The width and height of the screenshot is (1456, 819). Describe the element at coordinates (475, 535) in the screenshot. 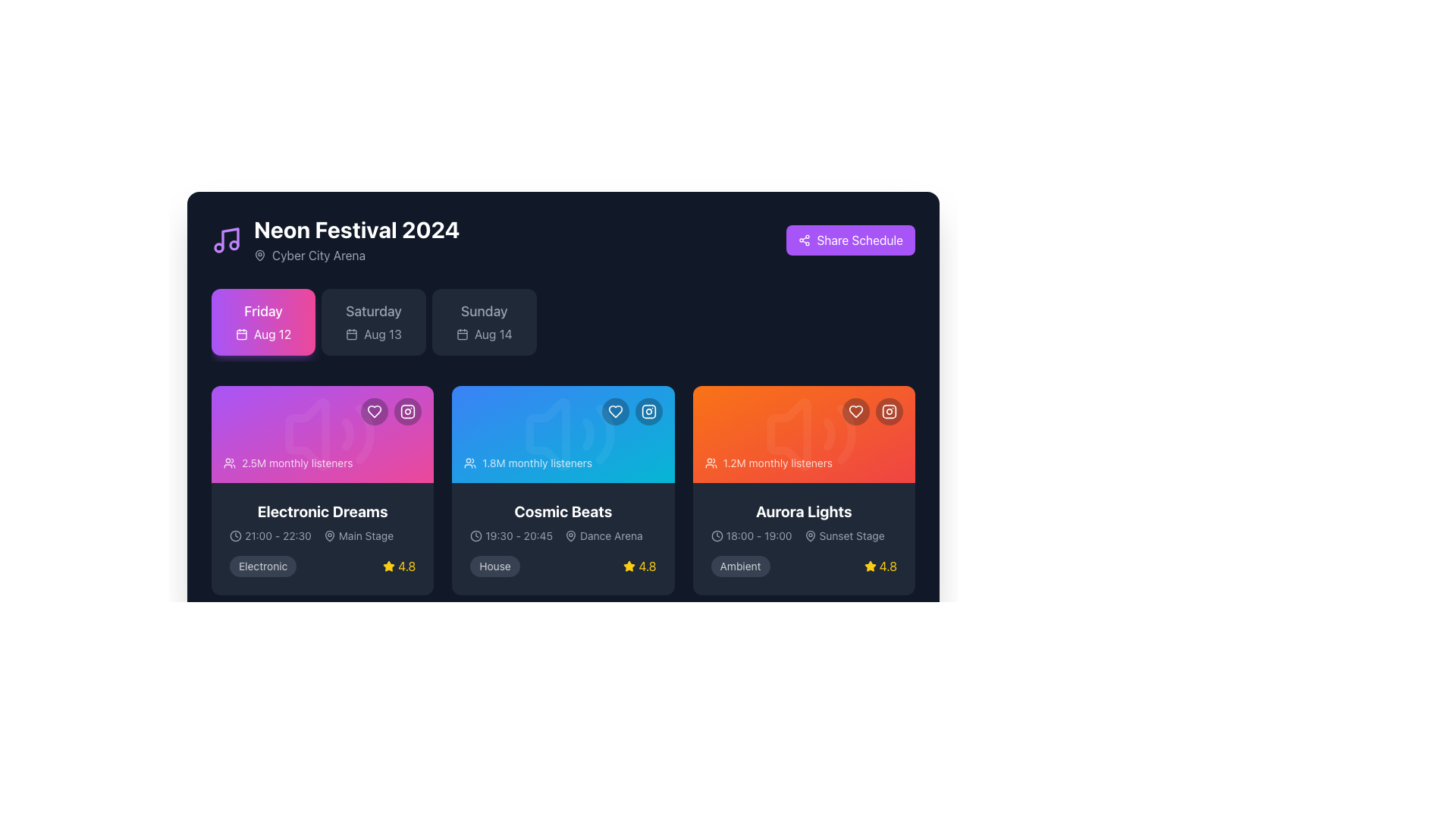

I see `the clock icon within the 'Cosmic Beats' schedule card, located to the left of the time range '19:30 - 20:45'` at that location.